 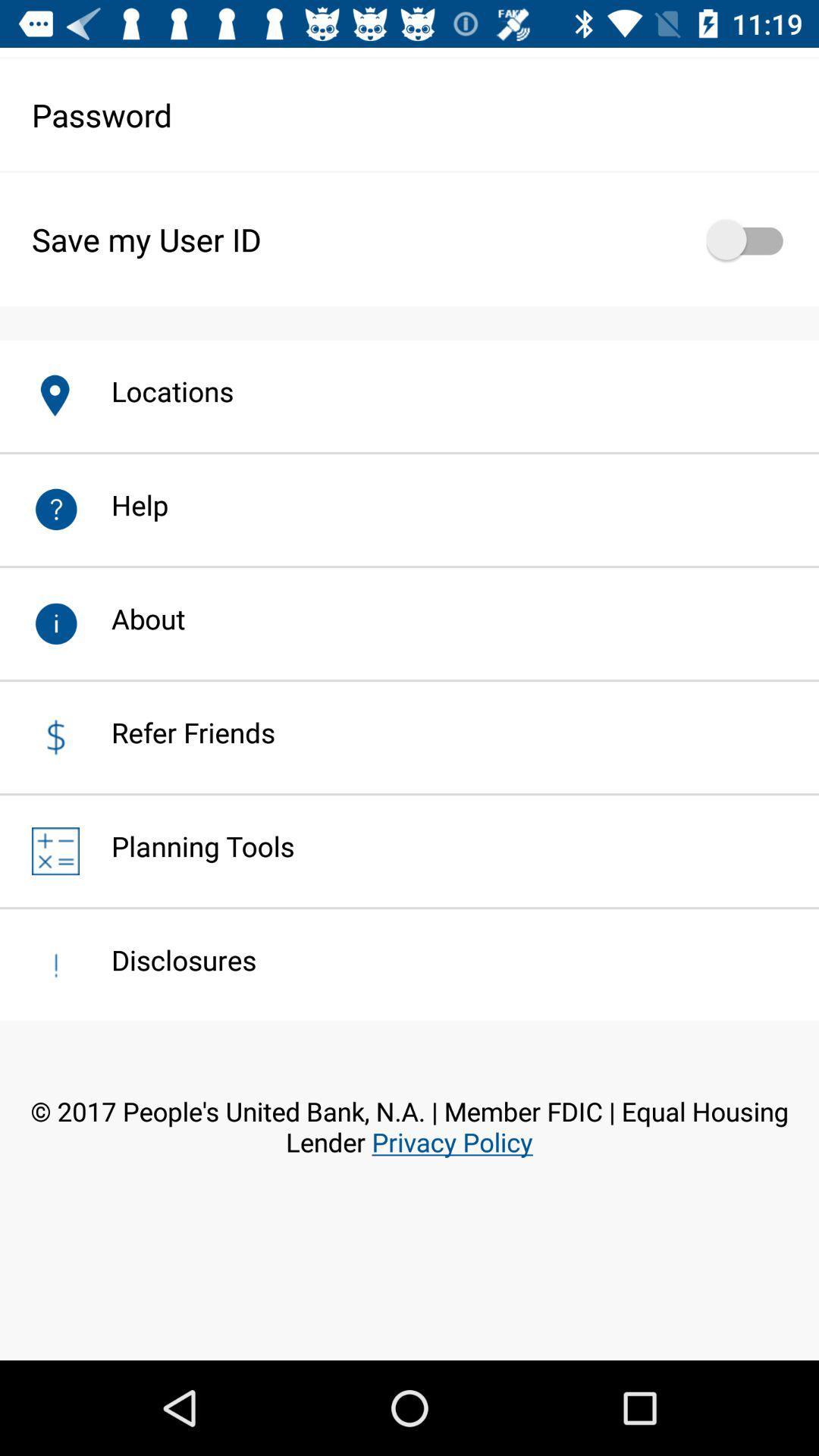 I want to click on the help app, so click(x=123, y=505).